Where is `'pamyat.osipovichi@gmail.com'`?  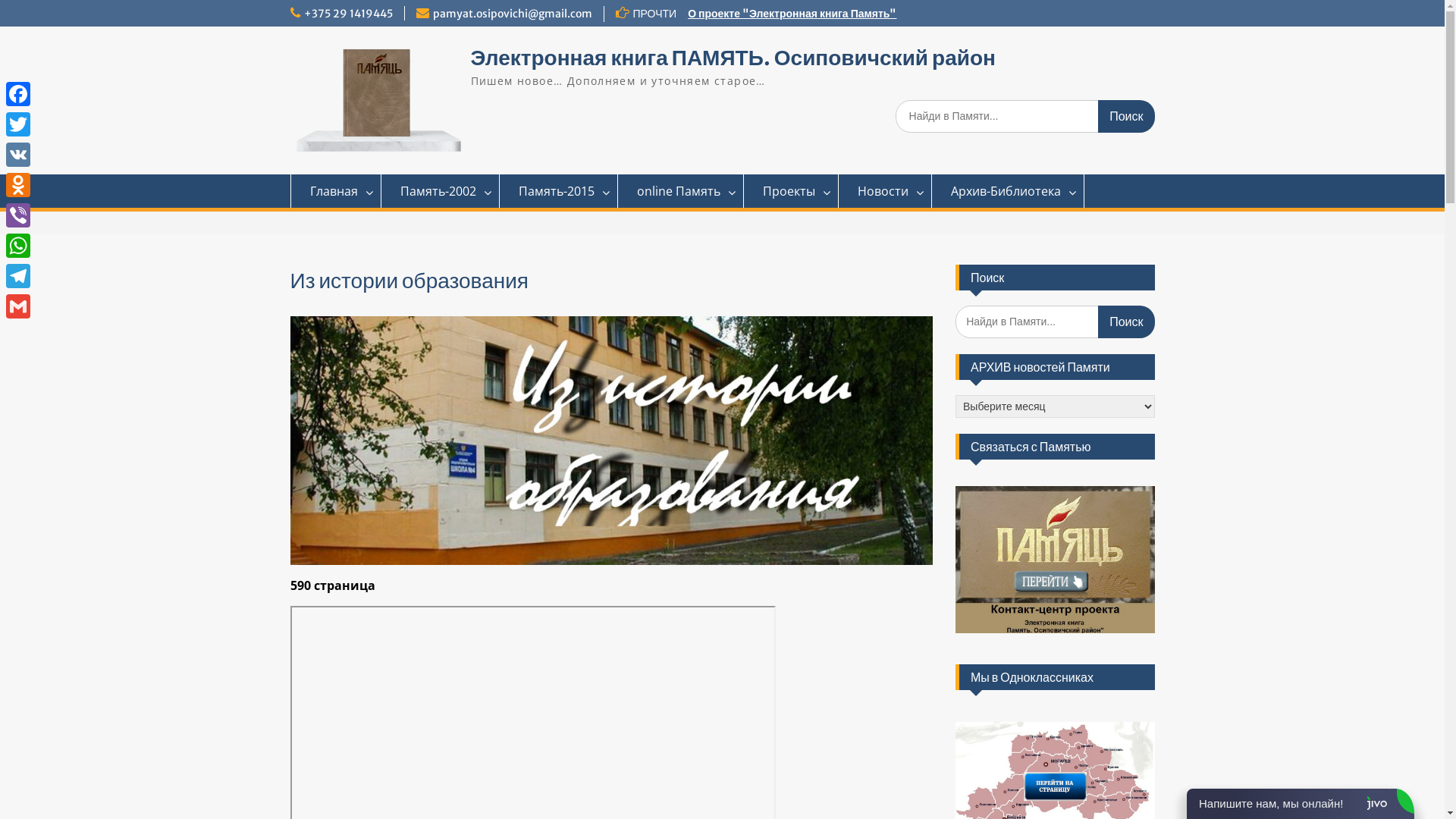
'pamyat.osipovichi@gmail.com' is located at coordinates (512, 14).